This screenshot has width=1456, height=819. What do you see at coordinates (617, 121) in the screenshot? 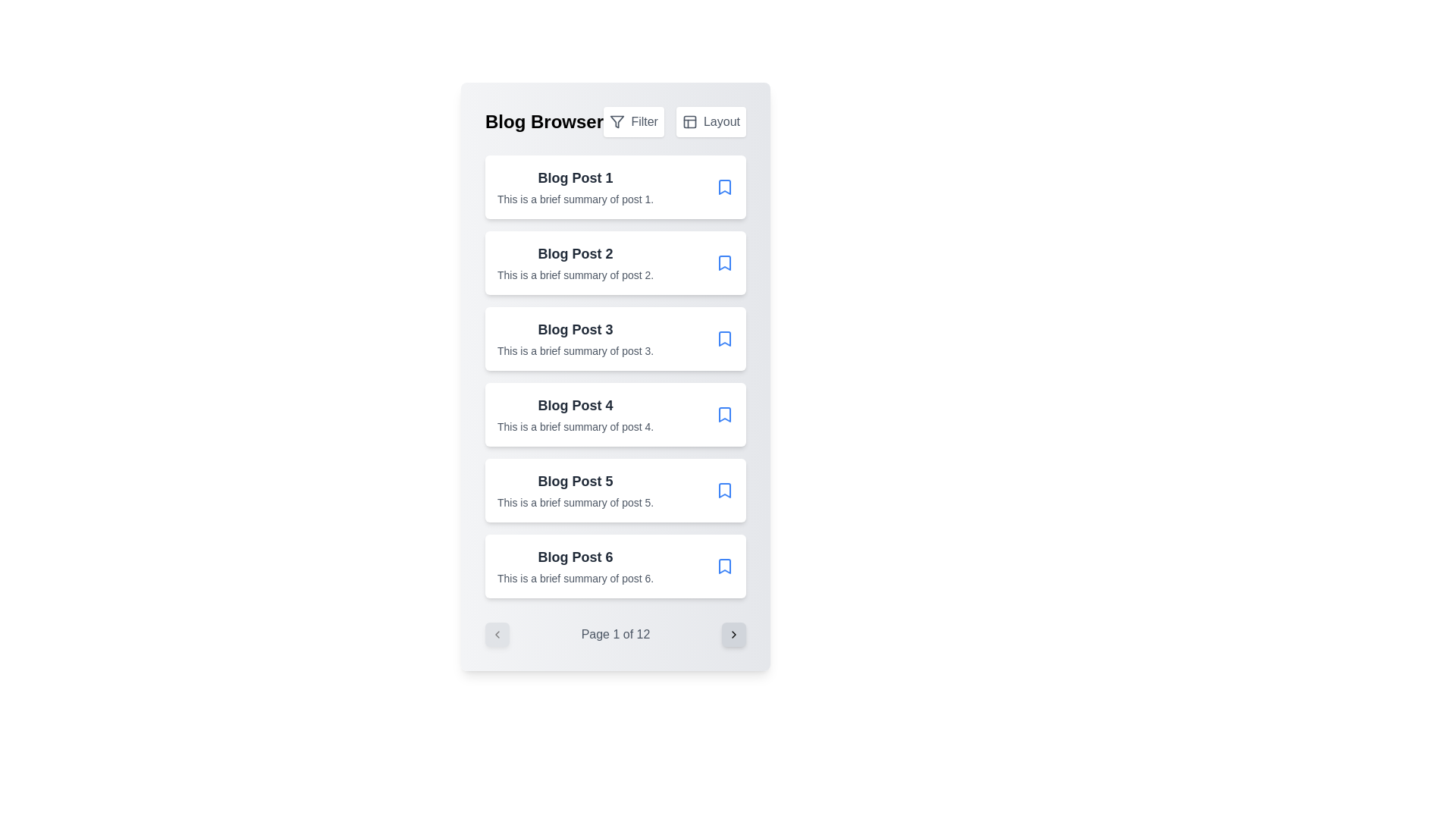
I see `the funnel icon located in the top interface bar` at bounding box center [617, 121].